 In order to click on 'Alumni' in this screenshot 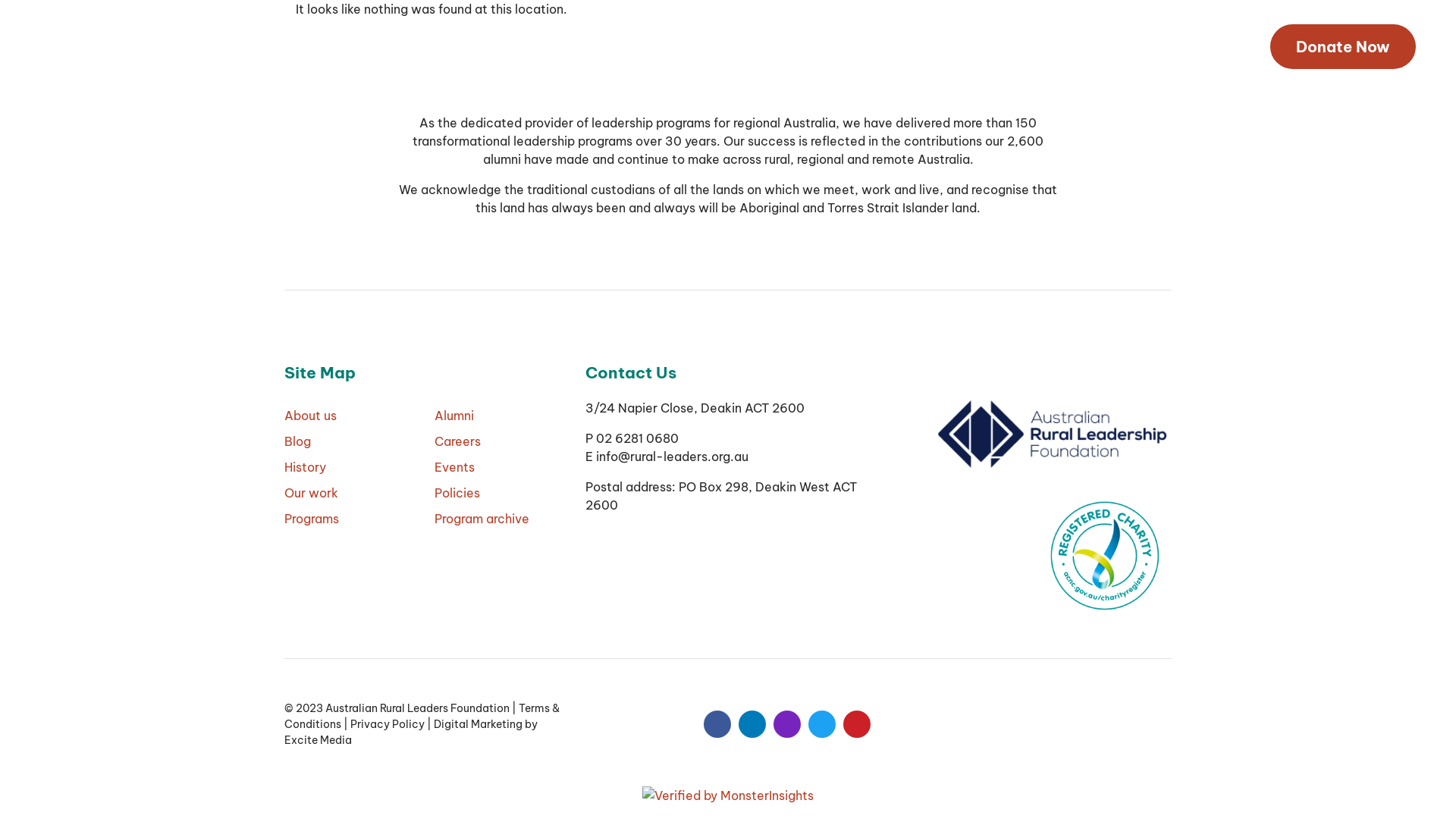, I will do `click(502, 415)`.